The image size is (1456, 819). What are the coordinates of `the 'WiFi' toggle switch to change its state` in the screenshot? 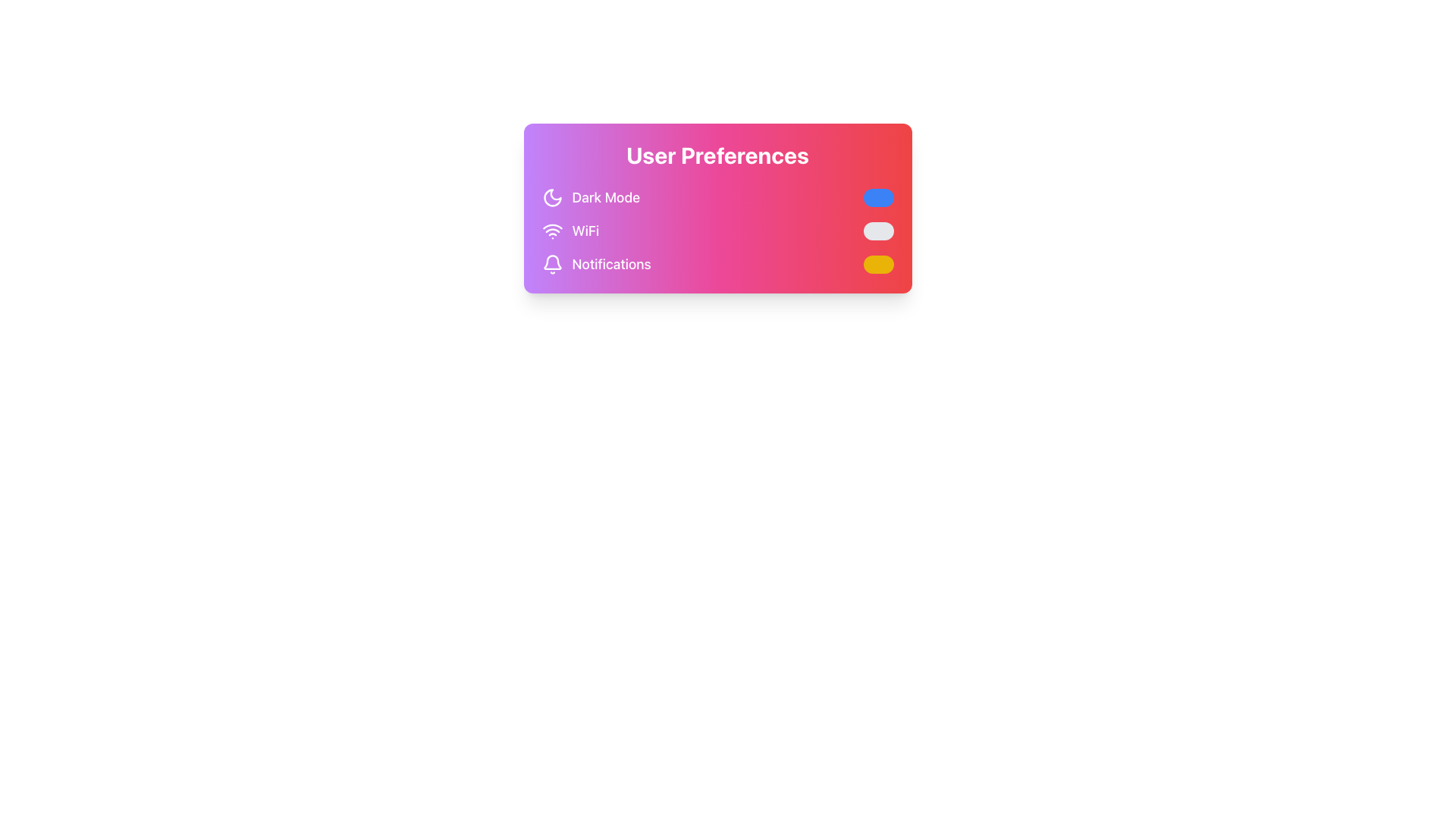 It's located at (878, 231).